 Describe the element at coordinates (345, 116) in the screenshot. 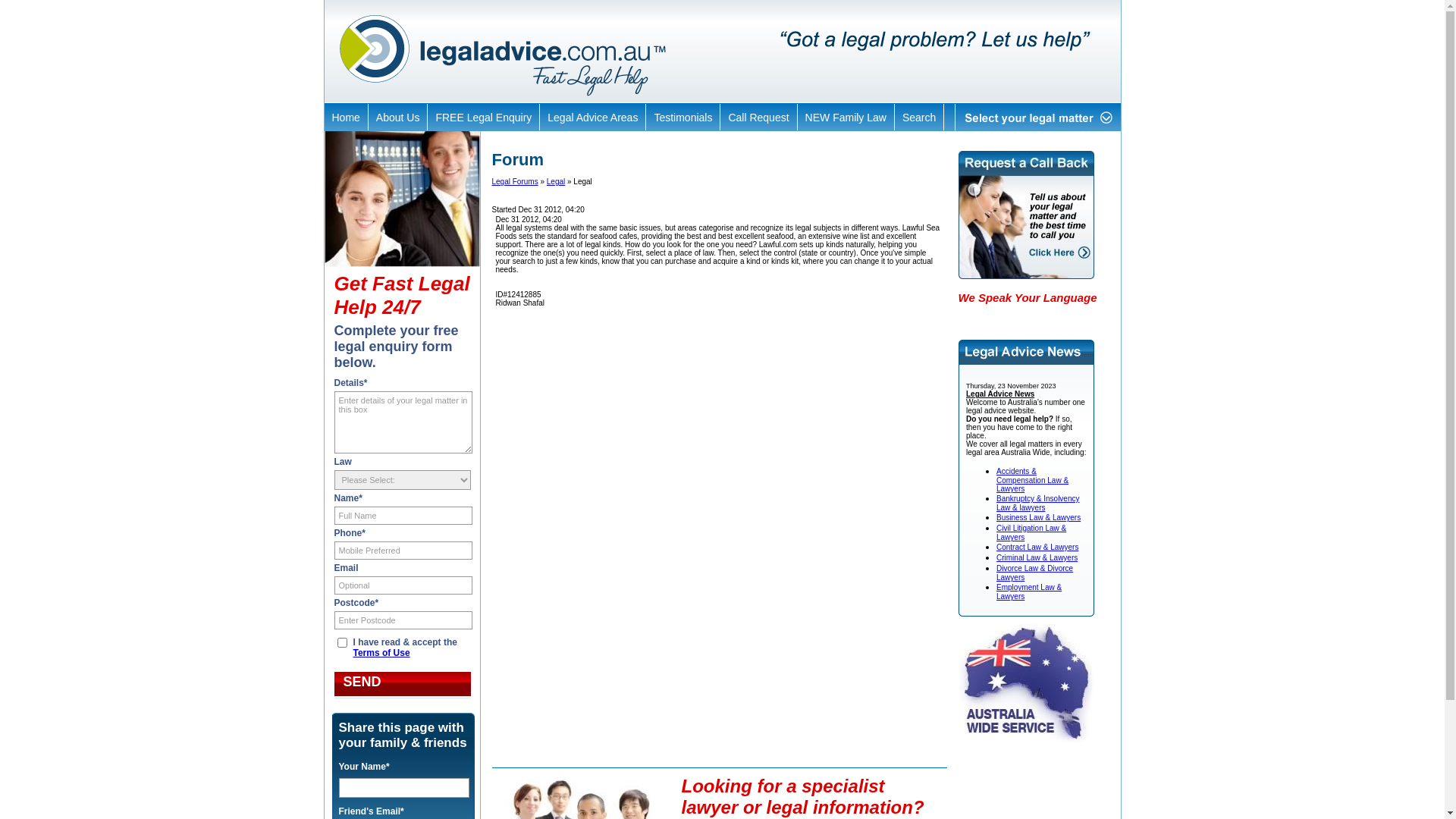

I see `'Home'` at that location.